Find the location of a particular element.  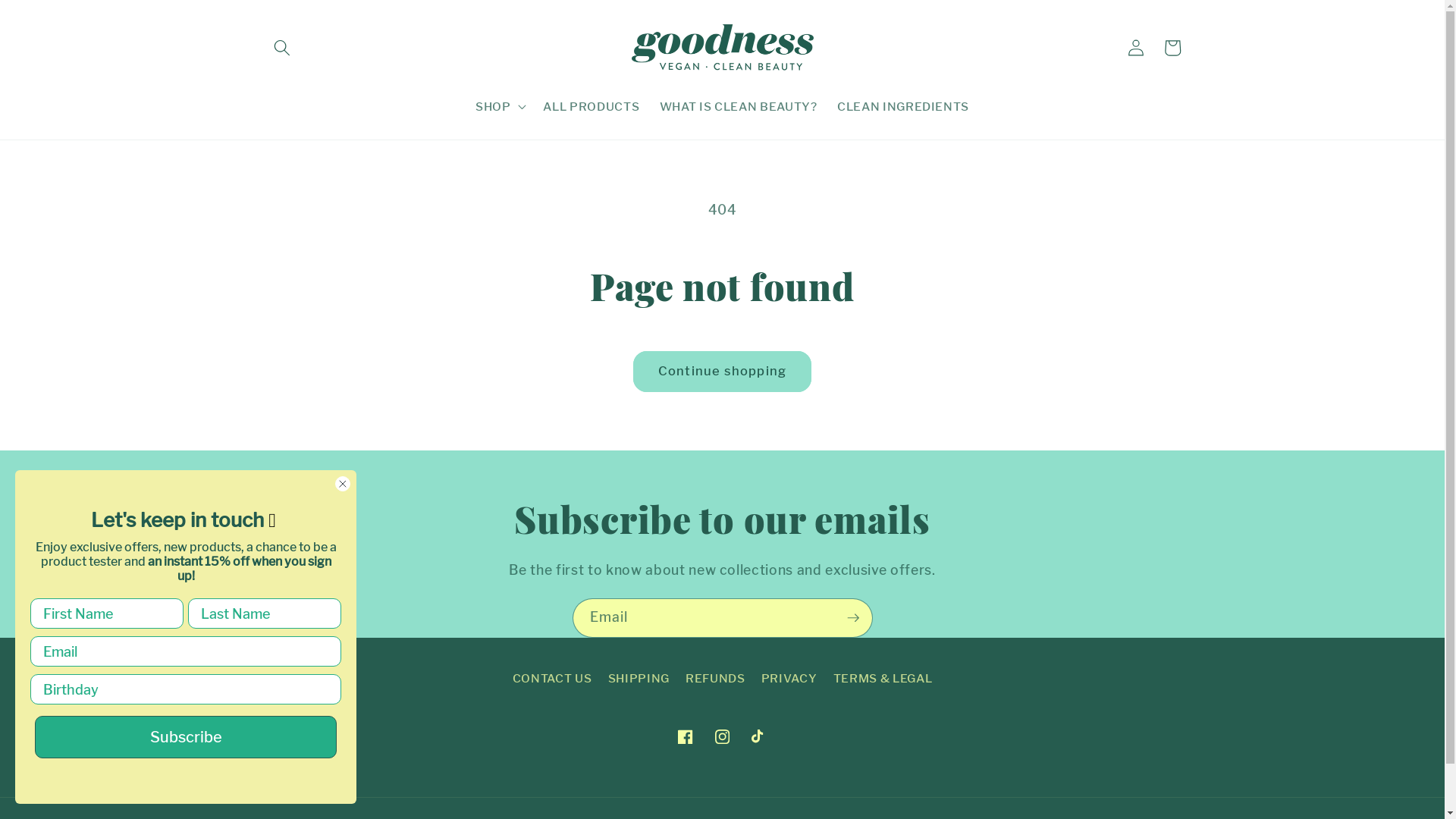

'Facebook' is located at coordinates (684, 736).